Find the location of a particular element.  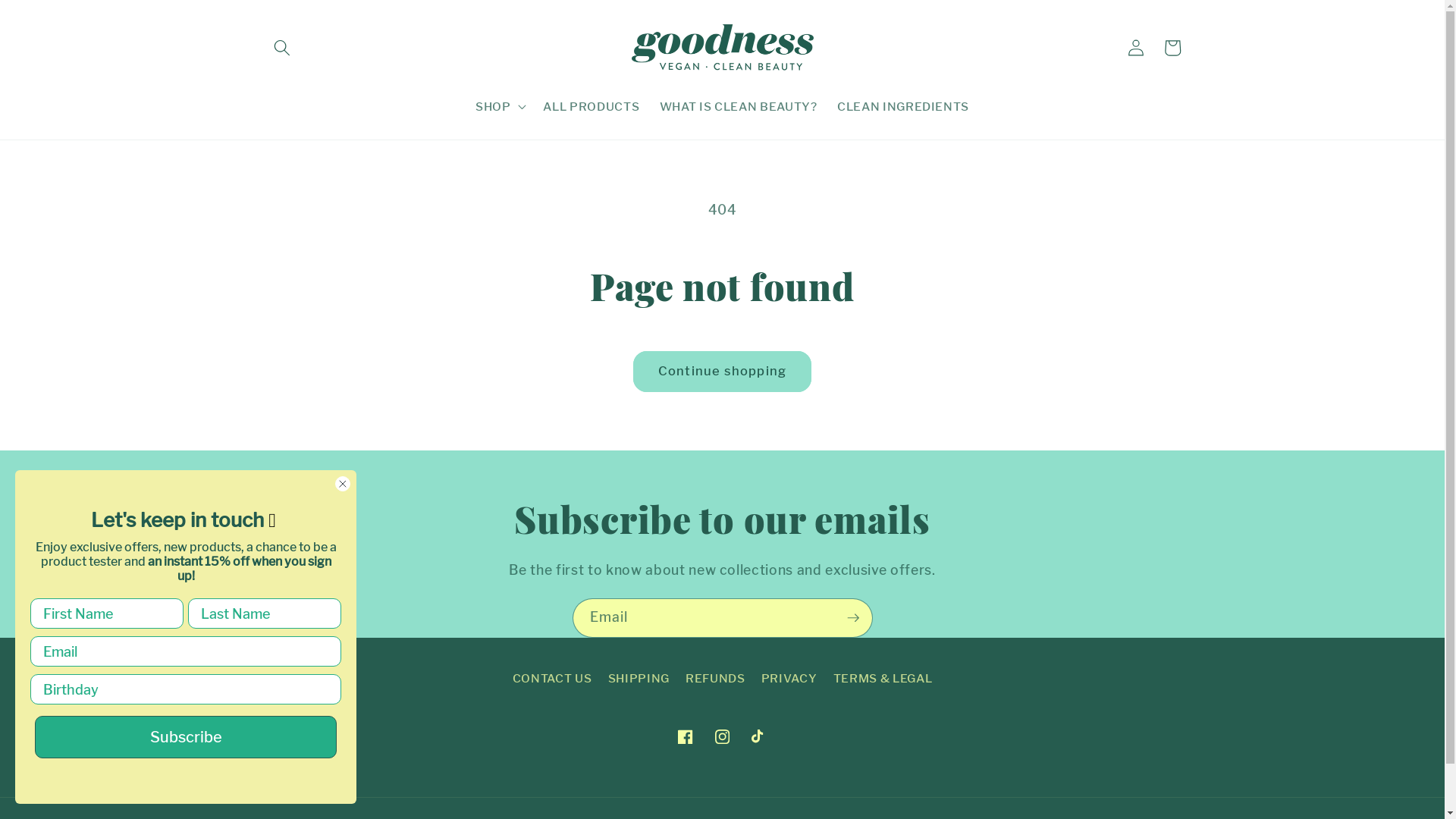

'Facebook' is located at coordinates (684, 736).